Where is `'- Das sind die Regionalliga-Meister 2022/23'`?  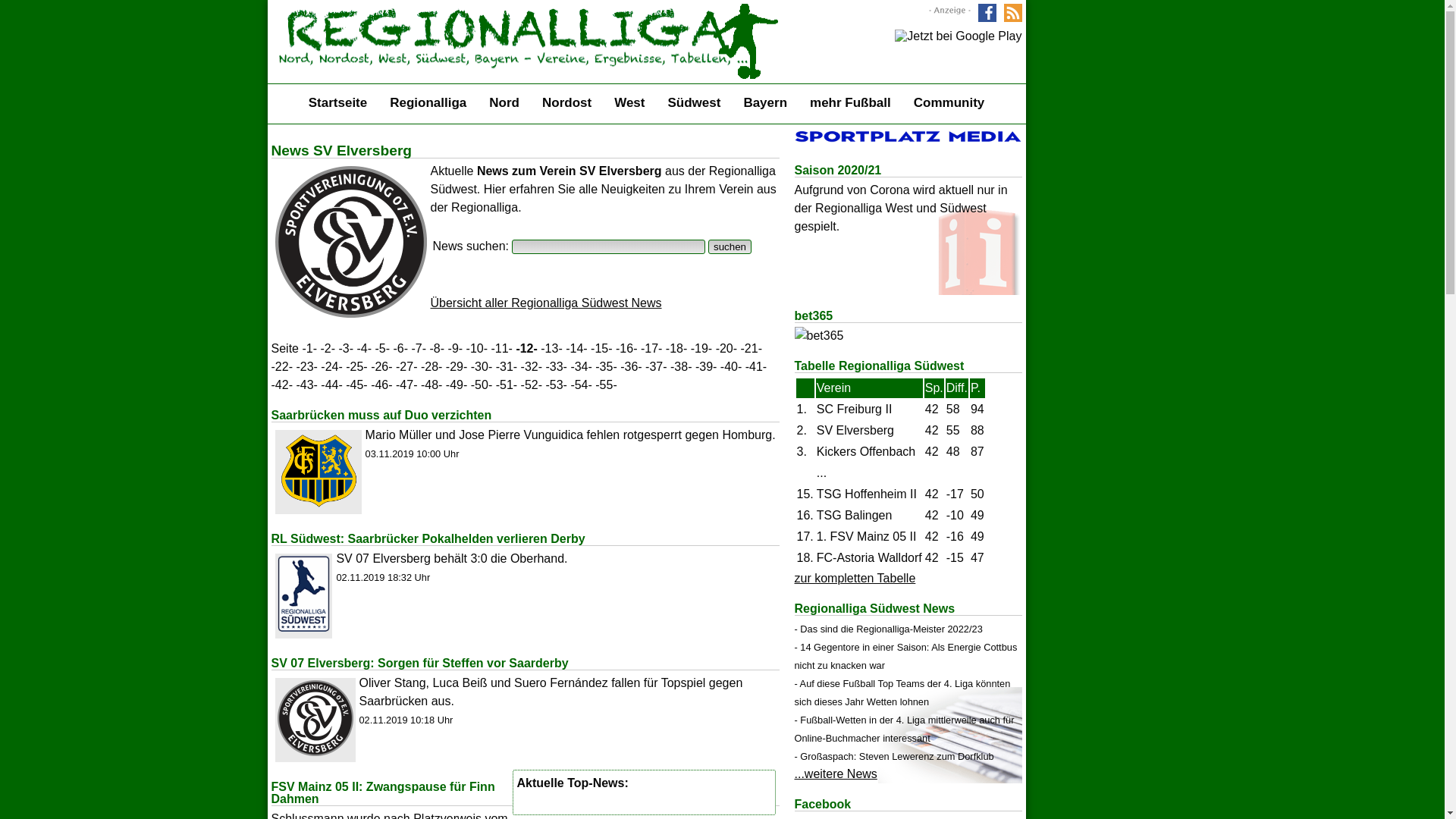 '- Das sind die Regionalliga-Meister 2022/23' is located at coordinates (888, 629).